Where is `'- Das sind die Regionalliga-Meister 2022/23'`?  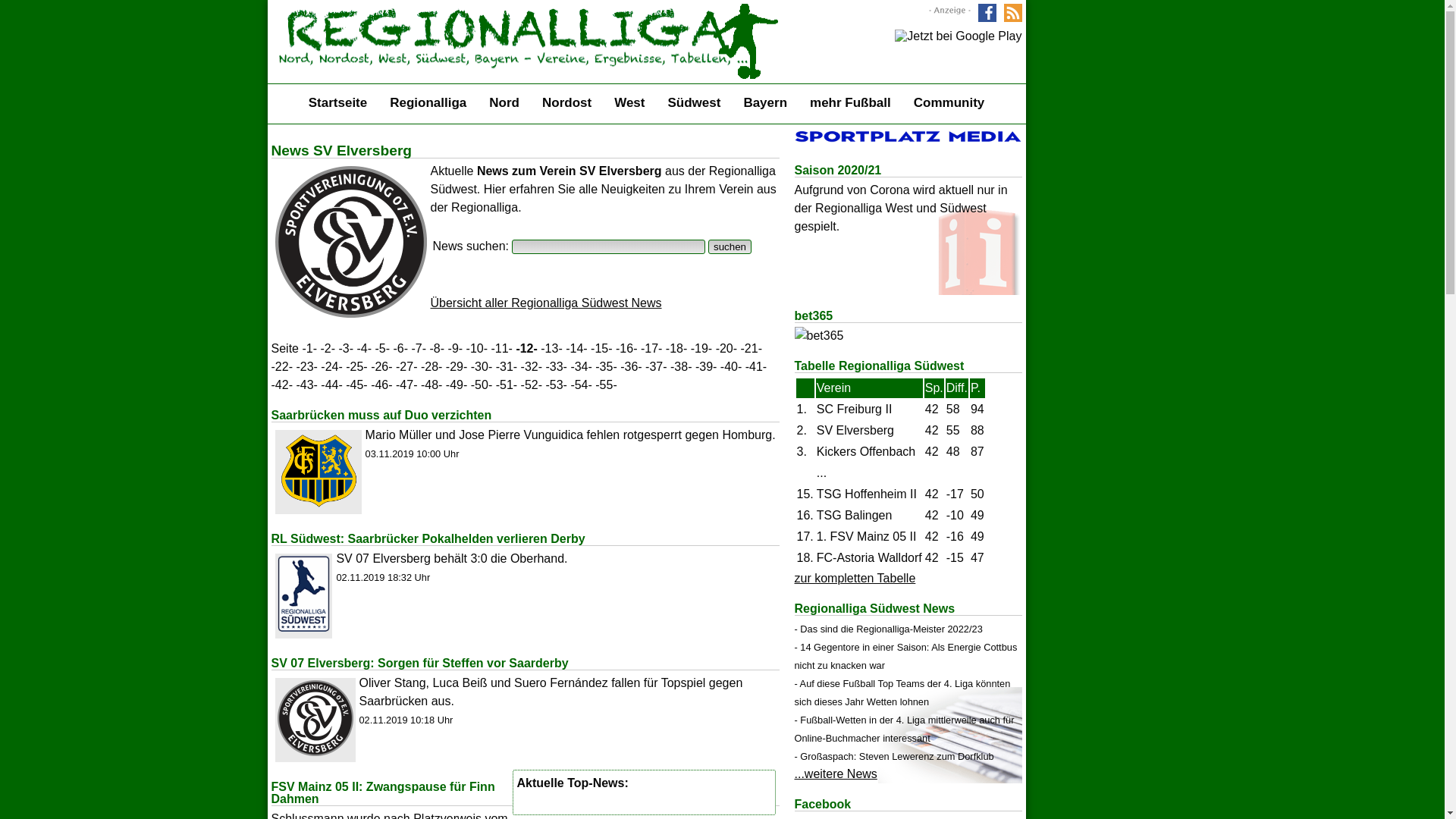 '- Das sind die Regionalliga-Meister 2022/23' is located at coordinates (888, 629).